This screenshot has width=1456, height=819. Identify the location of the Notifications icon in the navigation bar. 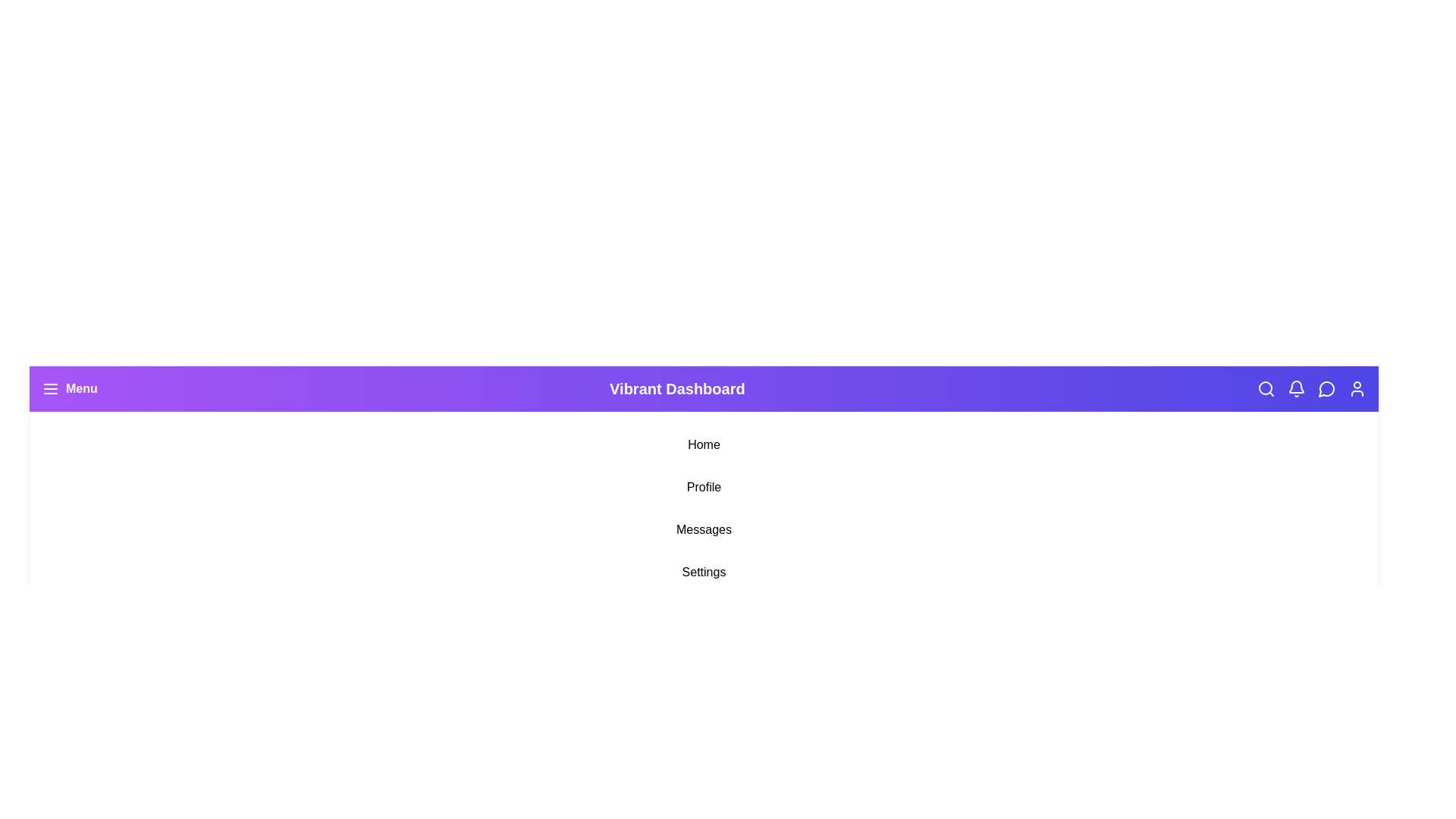
(1295, 388).